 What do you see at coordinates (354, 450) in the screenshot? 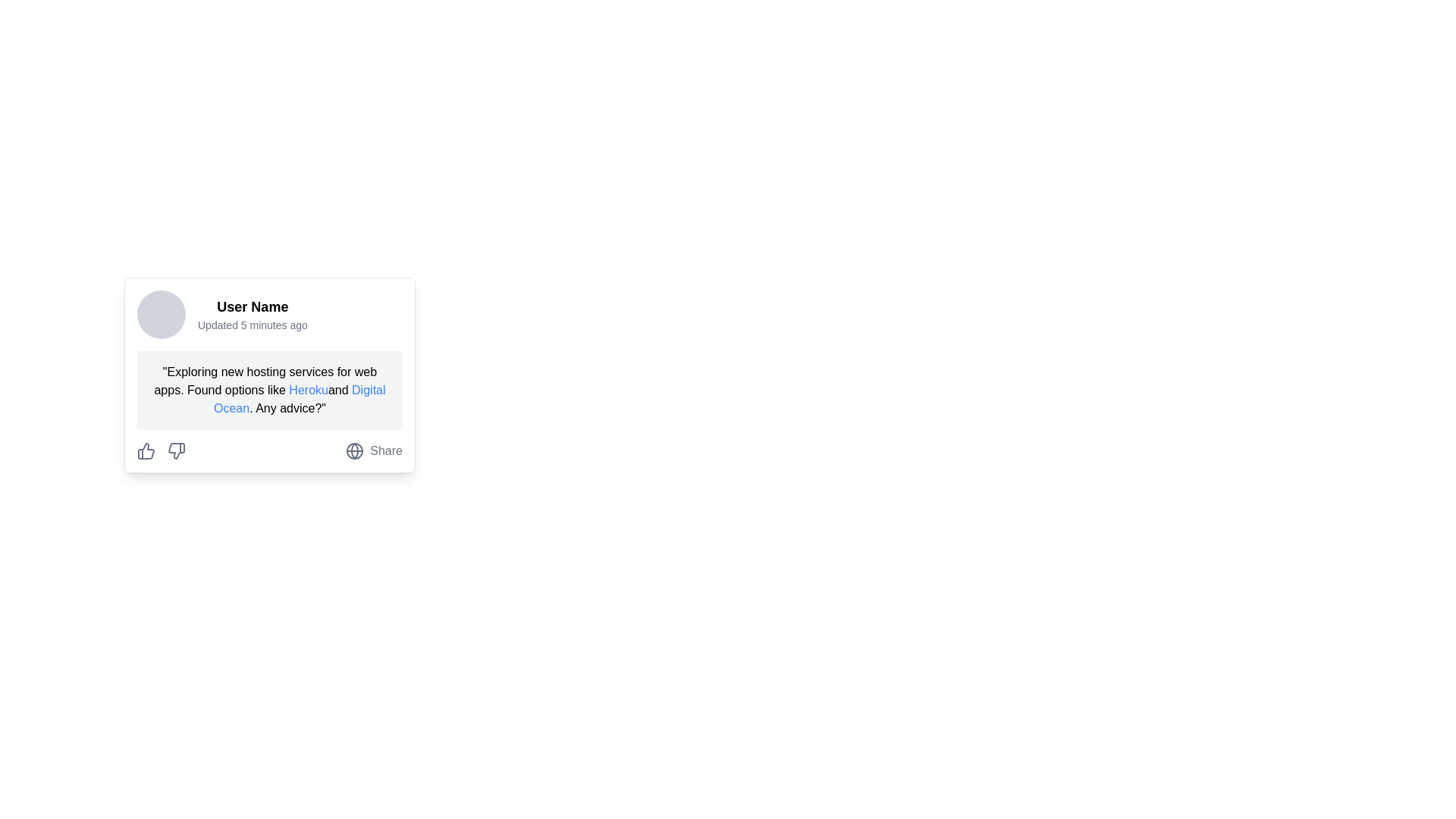
I see `the circular SVG element that is part of a globe icon located at the bottom right of a user post card` at bounding box center [354, 450].